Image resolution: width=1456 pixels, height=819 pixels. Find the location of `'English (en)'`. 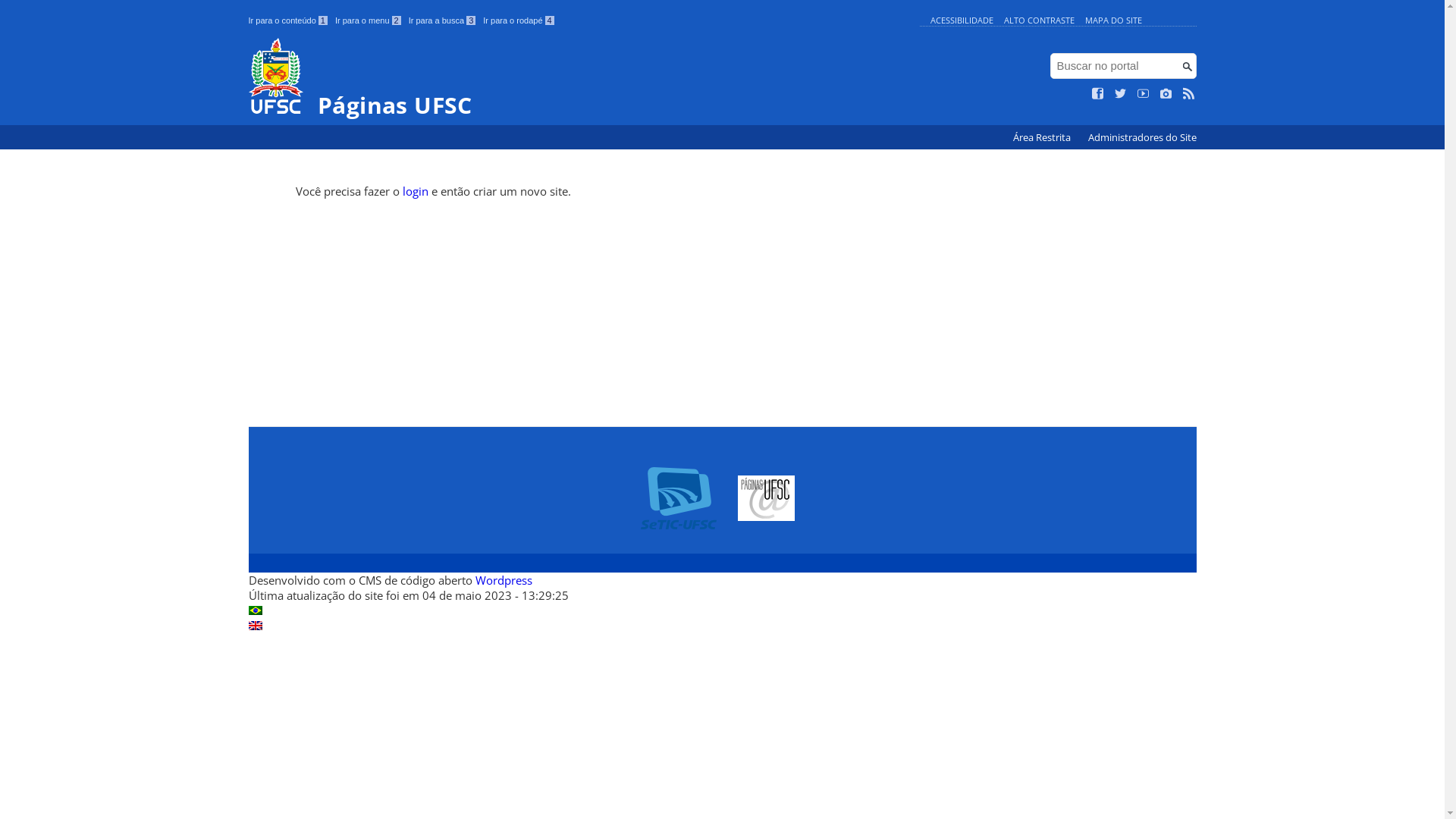

'English (en)' is located at coordinates (255, 626).